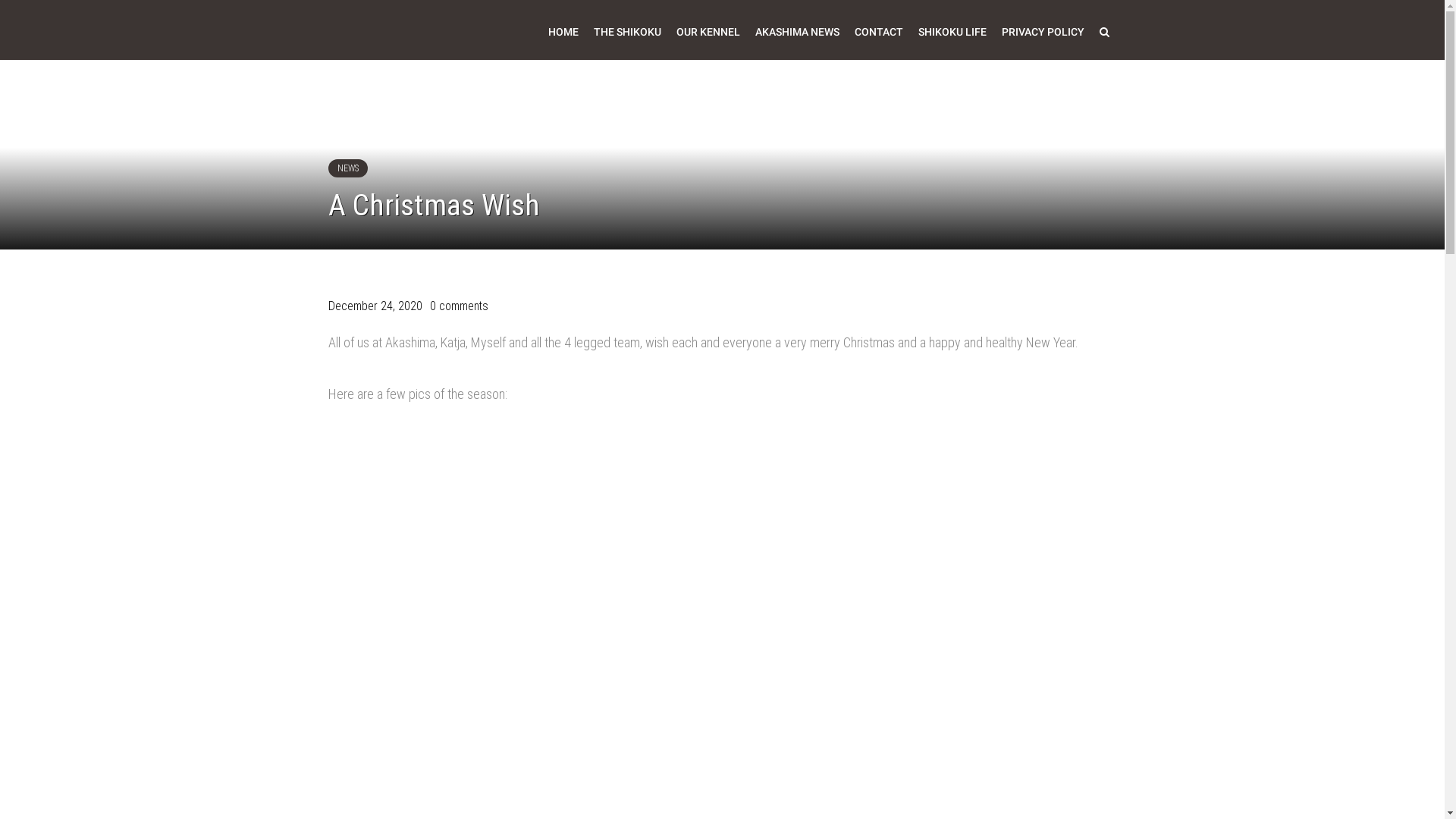  What do you see at coordinates (1041, 32) in the screenshot?
I see `'PRIVACY POLICY'` at bounding box center [1041, 32].